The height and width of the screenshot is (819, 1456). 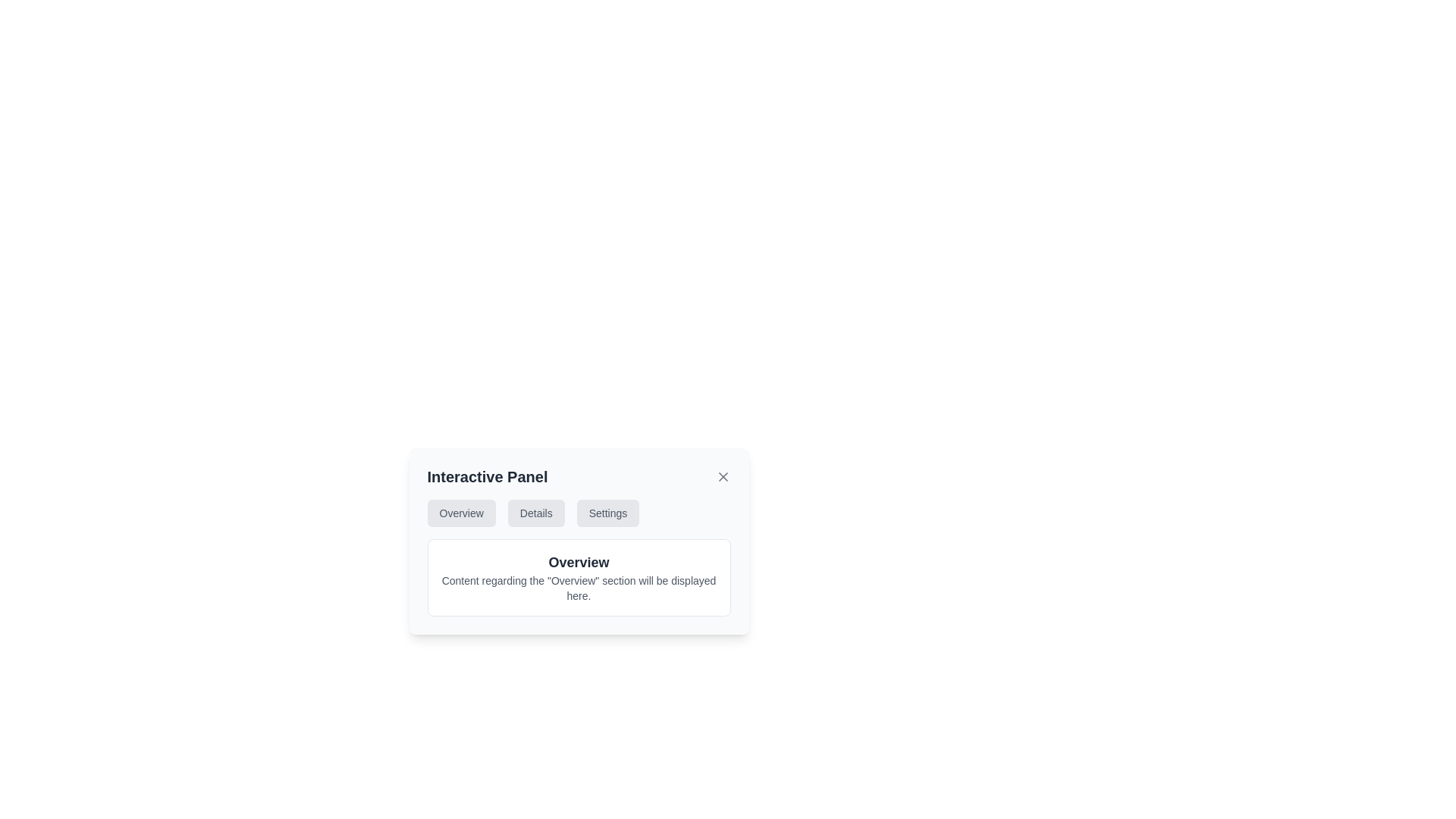 I want to click on the close button located at the top-right corner of the 'Interactive Panel' to change its color, so click(x=722, y=475).